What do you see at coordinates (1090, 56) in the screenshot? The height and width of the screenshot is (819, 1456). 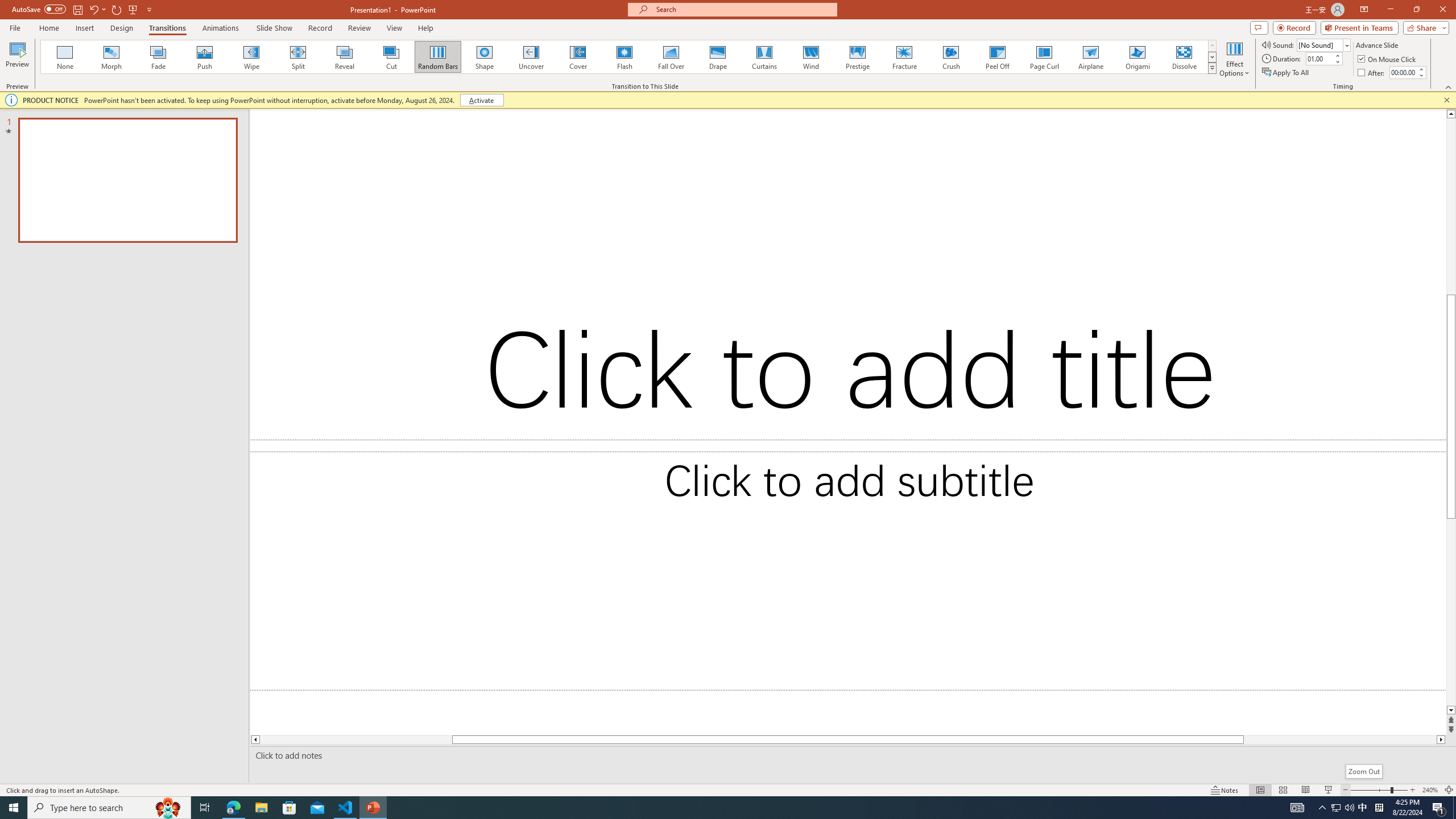 I see `'Airplane'` at bounding box center [1090, 56].